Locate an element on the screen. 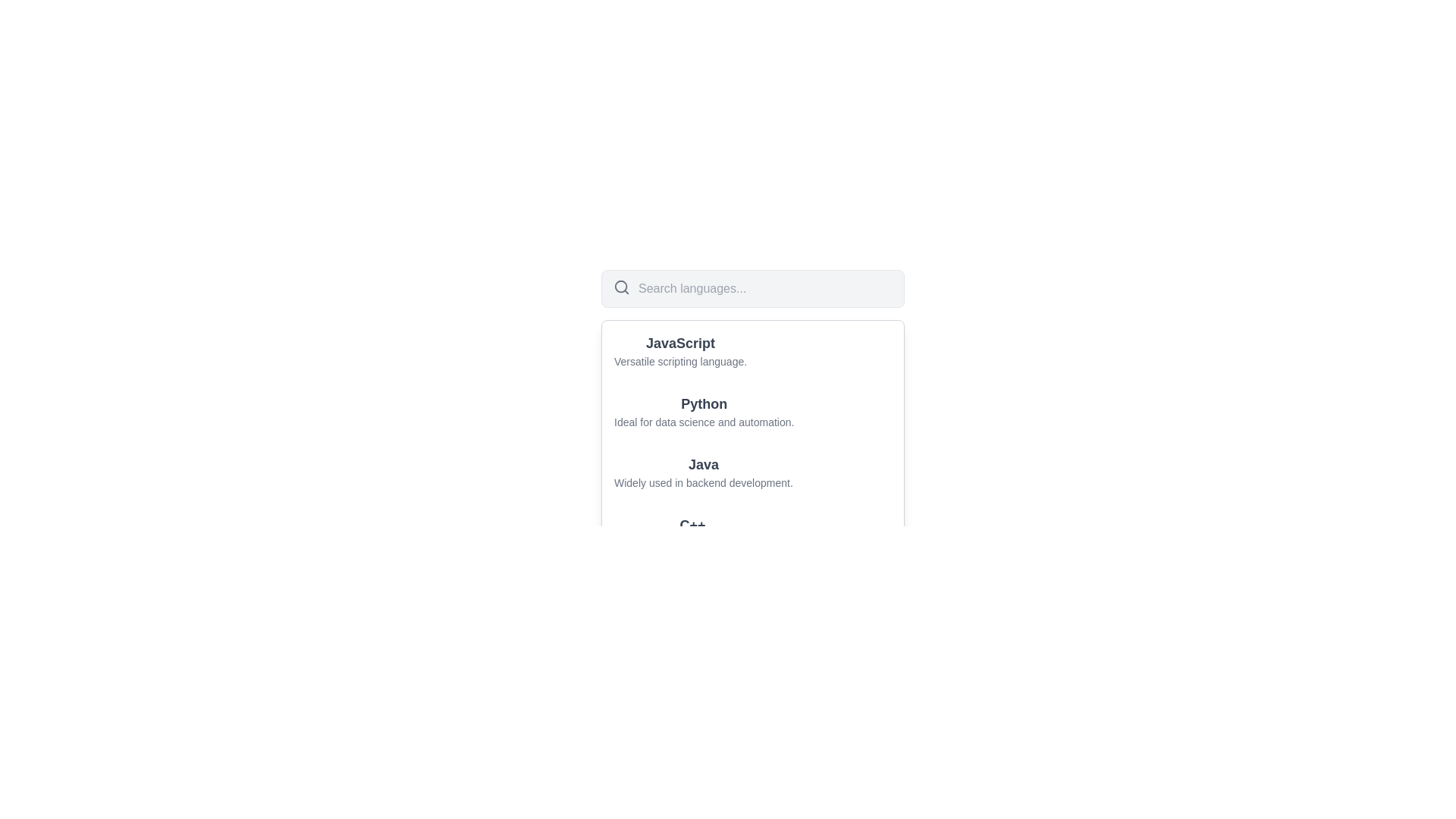 This screenshot has width=1456, height=819. the last Informational list item which displays 'C++' in bold dark gray with supporting text 'Popular for system programming.' beneath it is located at coordinates (692, 532).